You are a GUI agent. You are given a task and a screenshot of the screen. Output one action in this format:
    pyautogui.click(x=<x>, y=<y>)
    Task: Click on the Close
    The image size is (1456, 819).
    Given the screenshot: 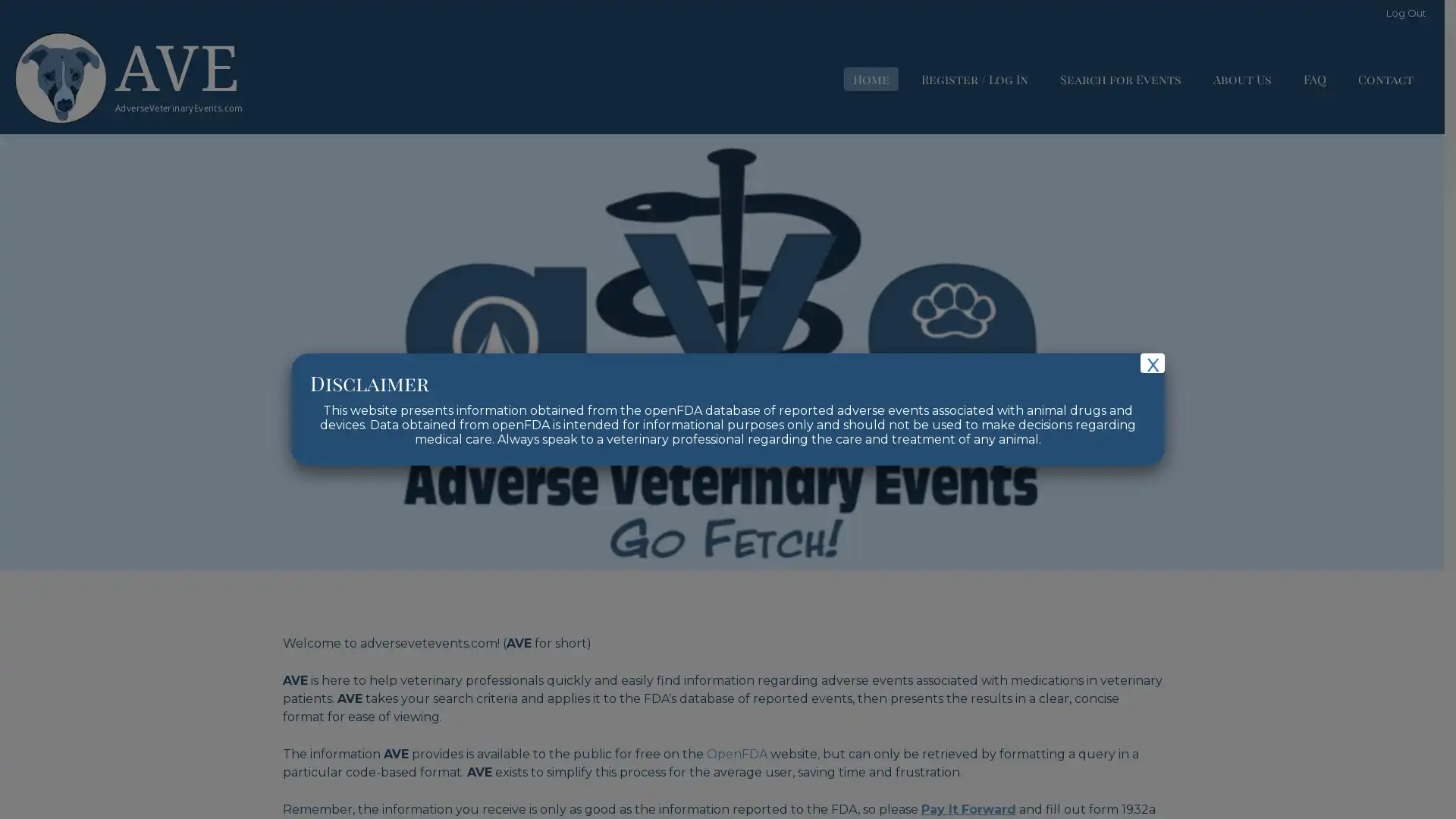 What is the action you would take?
    pyautogui.click(x=1153, y=362)
    